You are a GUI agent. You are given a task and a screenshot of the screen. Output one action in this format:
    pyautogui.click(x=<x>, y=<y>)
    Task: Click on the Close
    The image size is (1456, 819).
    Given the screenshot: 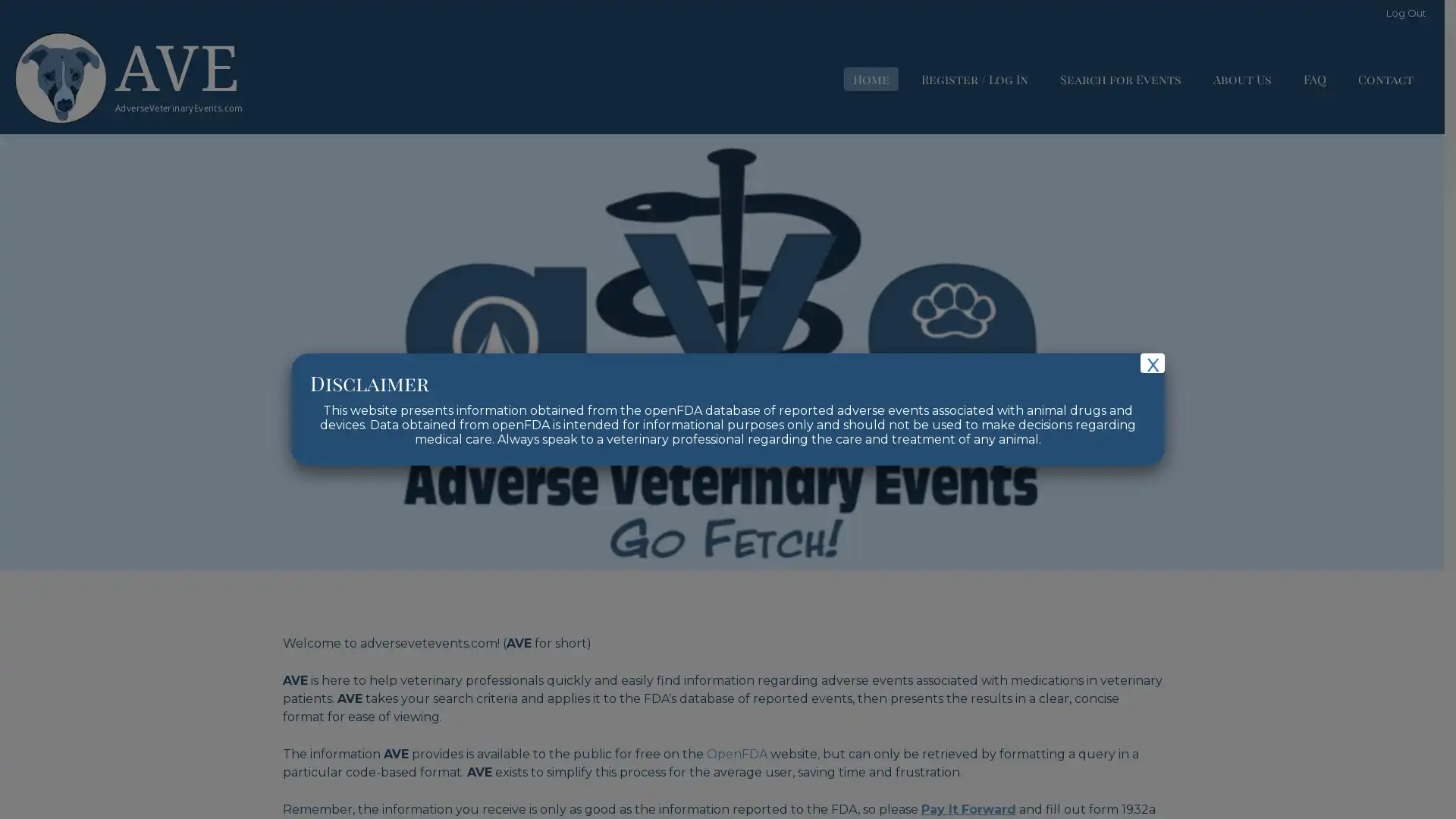 What is the action you would take?
    pyautogui.click(x=1153, y=362)
    